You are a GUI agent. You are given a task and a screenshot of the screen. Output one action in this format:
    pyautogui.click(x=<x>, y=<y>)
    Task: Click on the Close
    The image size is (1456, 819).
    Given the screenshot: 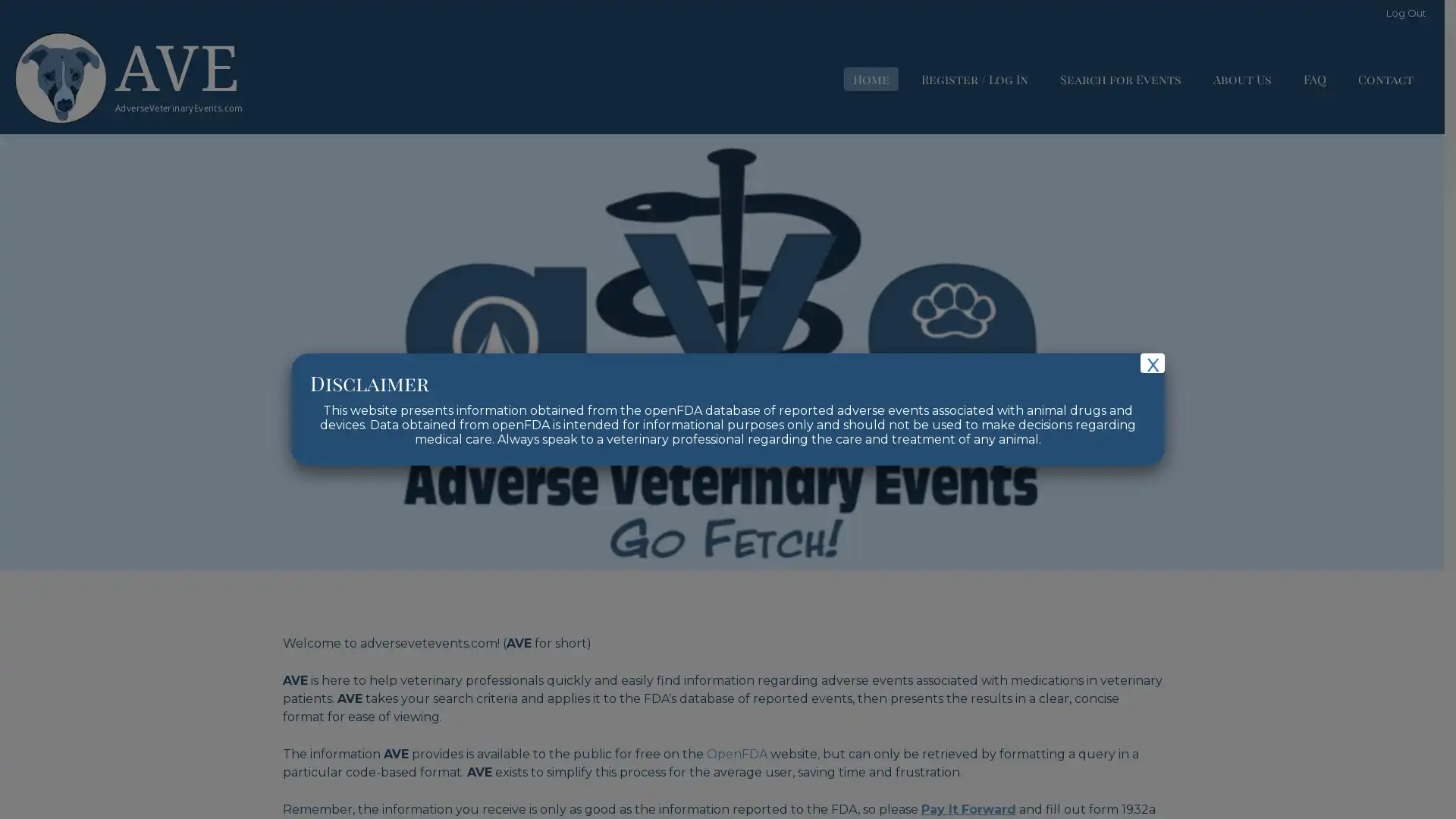 What is the action you would take?
    pyautogui.click(x=1153, y=362)
    